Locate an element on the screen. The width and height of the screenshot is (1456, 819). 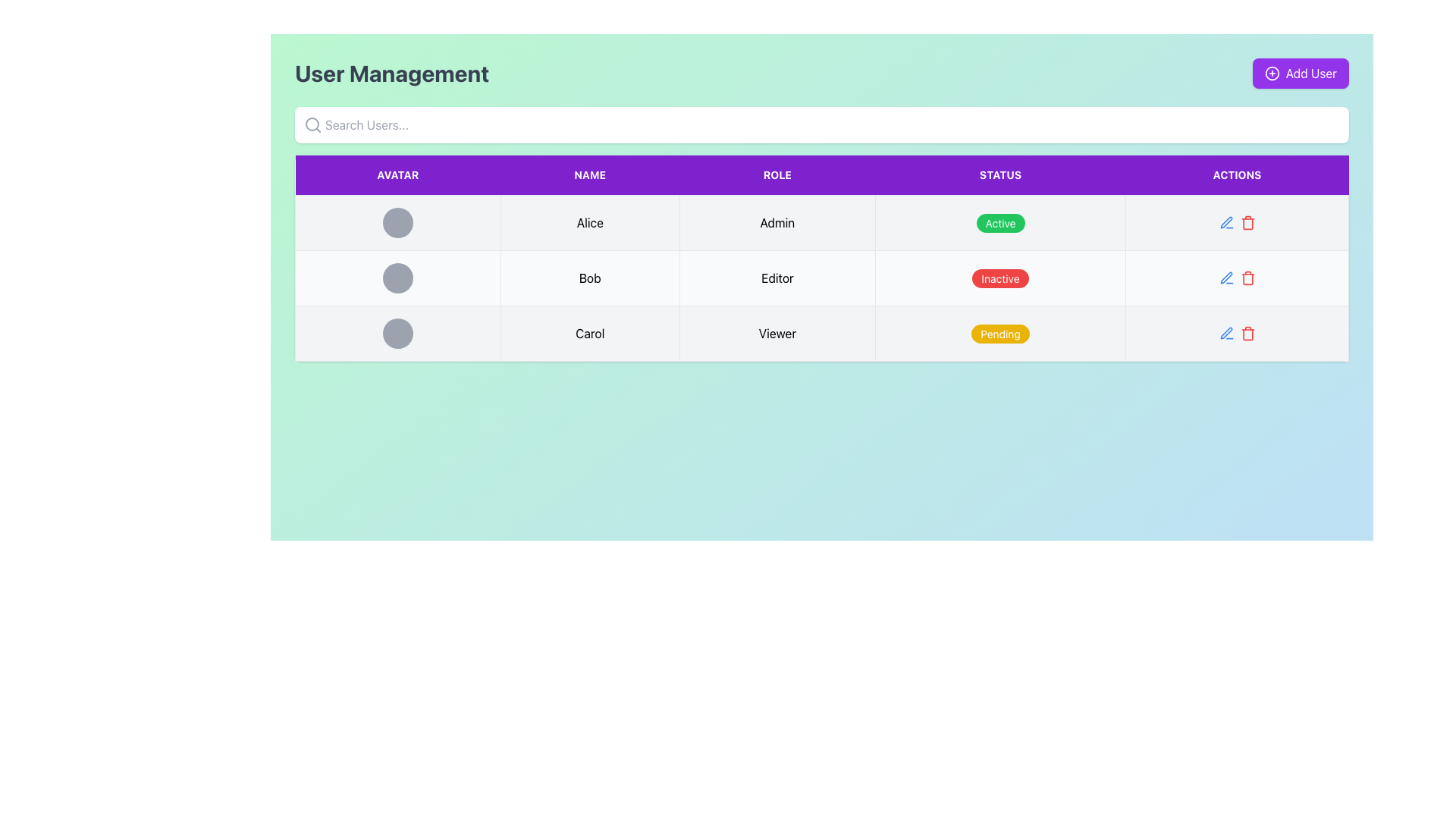
the circular graphical placeholder or avatar display located in the first cell under the 'Avatar' column of the user management table is located at coordinates (397, 222).